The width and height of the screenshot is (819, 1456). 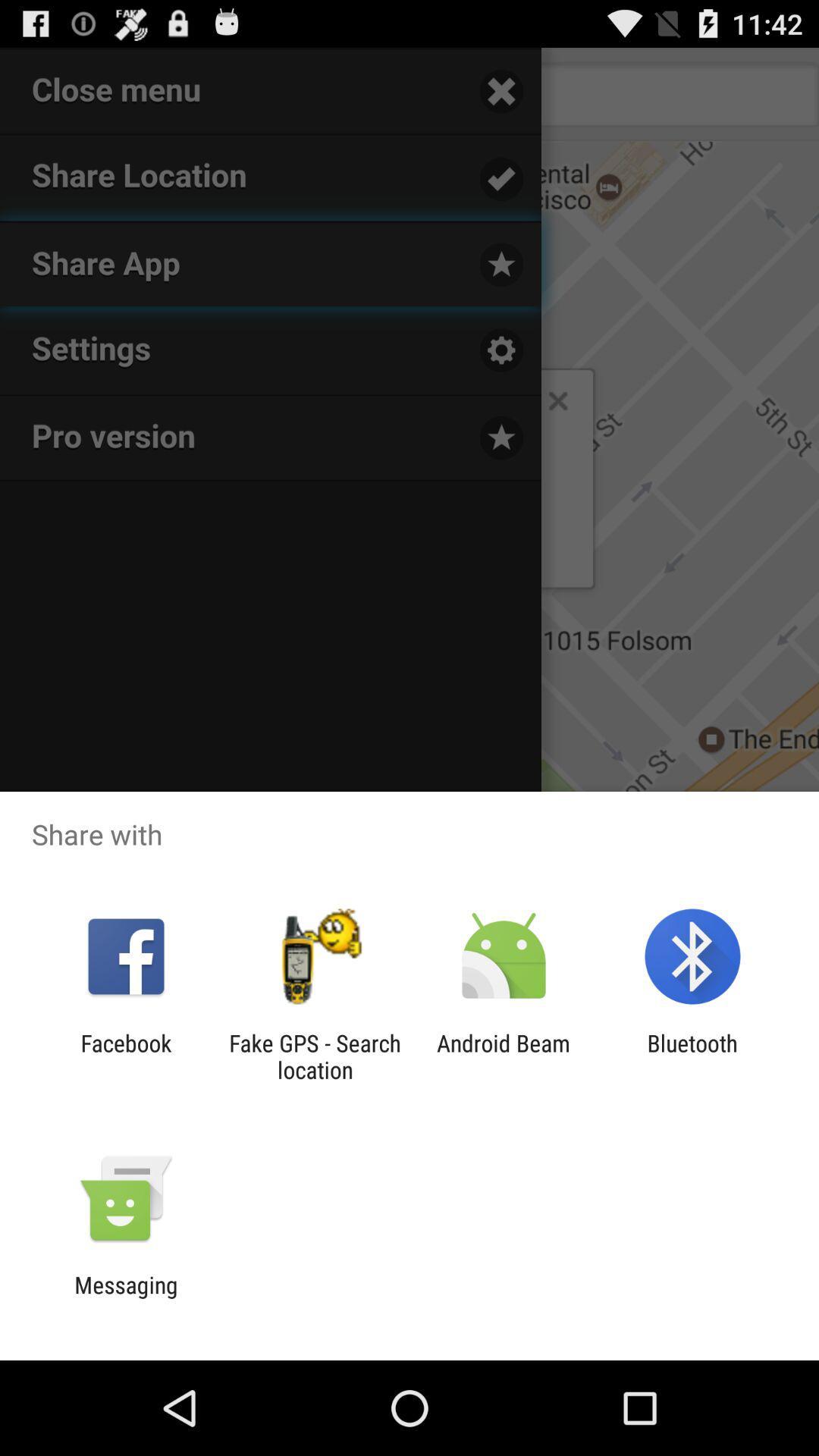 What do you see at coordinates (692, 1056) in the screenshot?
I see `the bluetooth at the bottom right corner` at bounding box center [692, 1056].